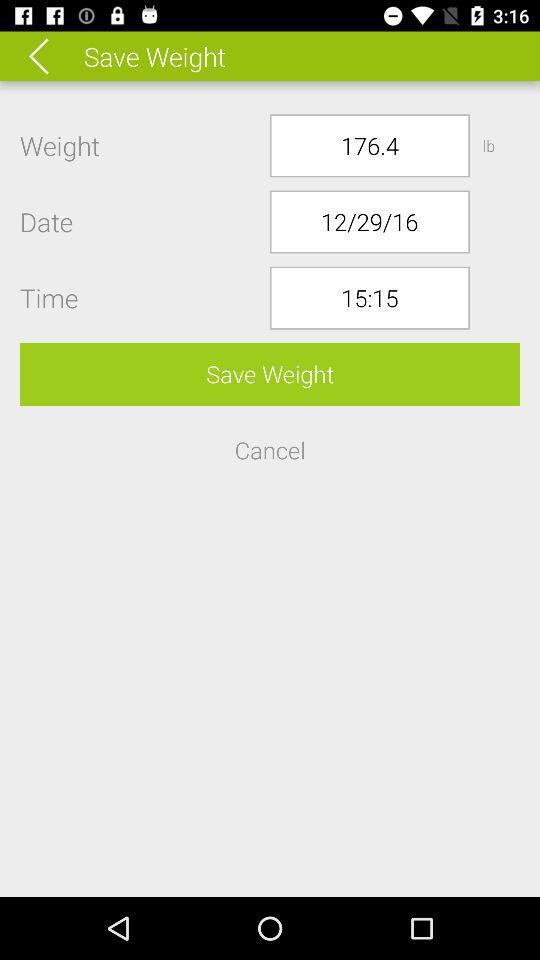  I want to click on icon above 12/29/16 icon, so click(368, 144).